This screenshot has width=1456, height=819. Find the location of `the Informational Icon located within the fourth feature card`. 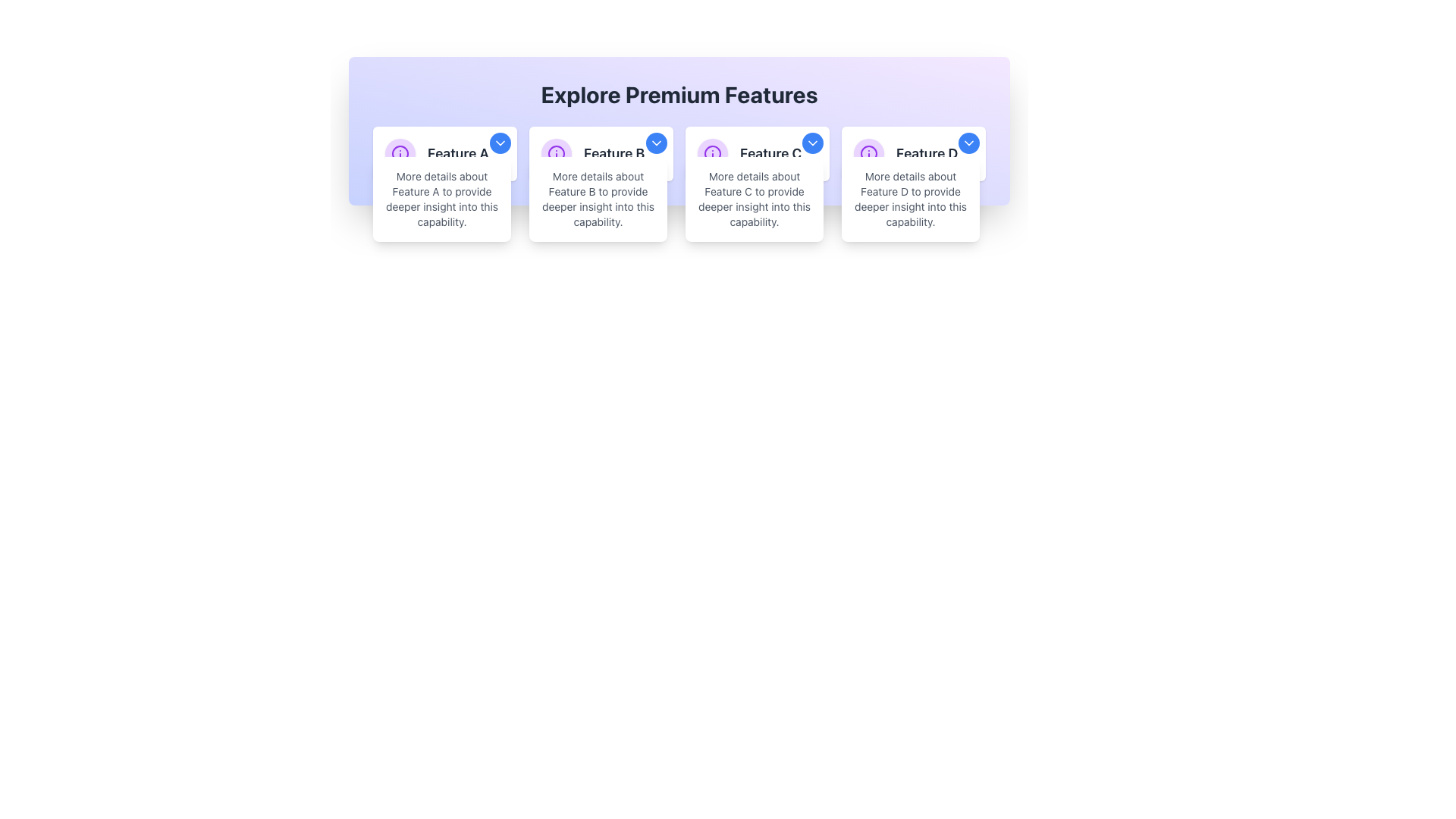

the Informational Icon located within the fourth feature card is located at coordinates (869, 154).